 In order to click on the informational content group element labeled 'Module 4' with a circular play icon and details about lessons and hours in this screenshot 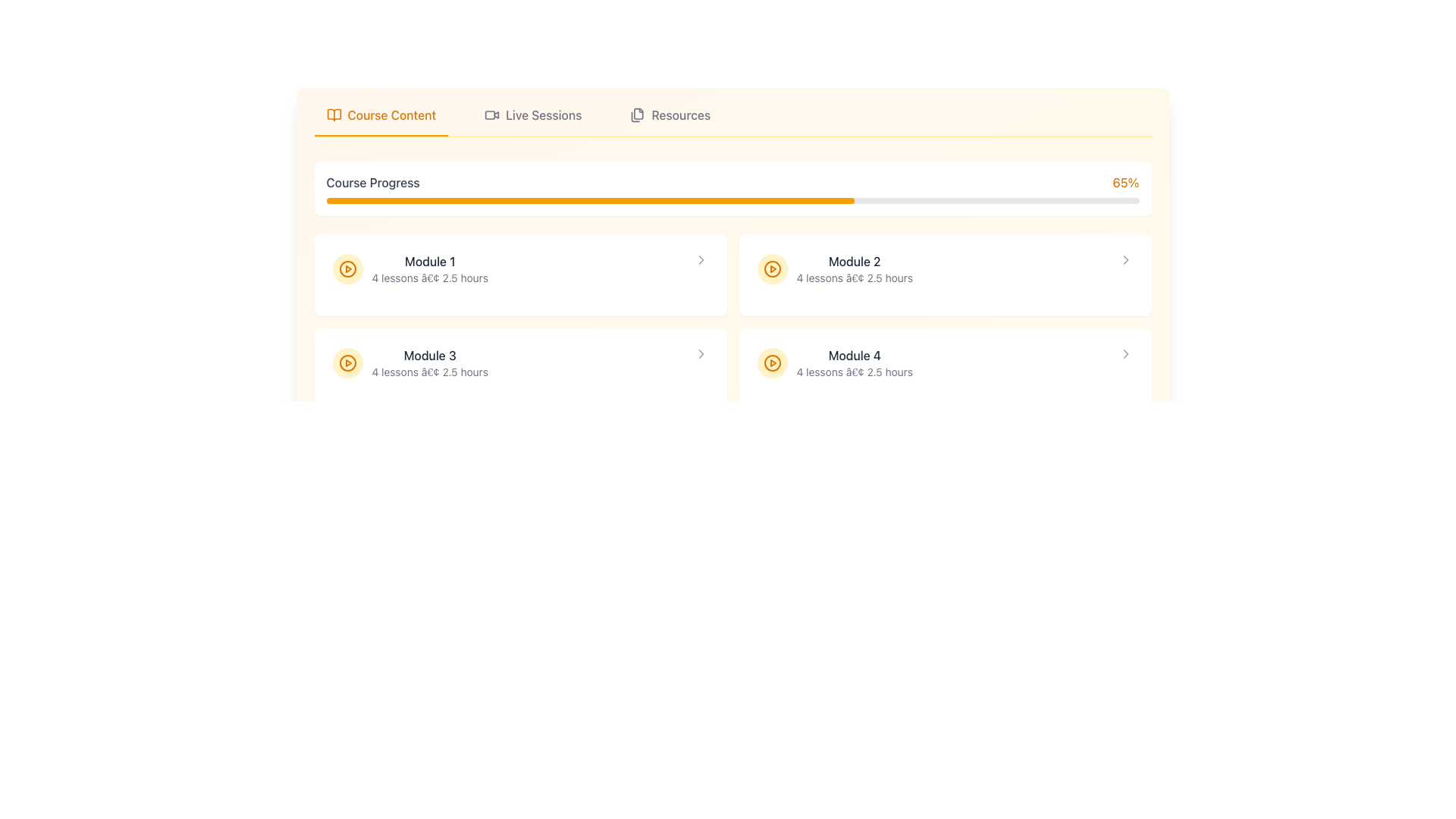, I will do `click(834, 362)`.